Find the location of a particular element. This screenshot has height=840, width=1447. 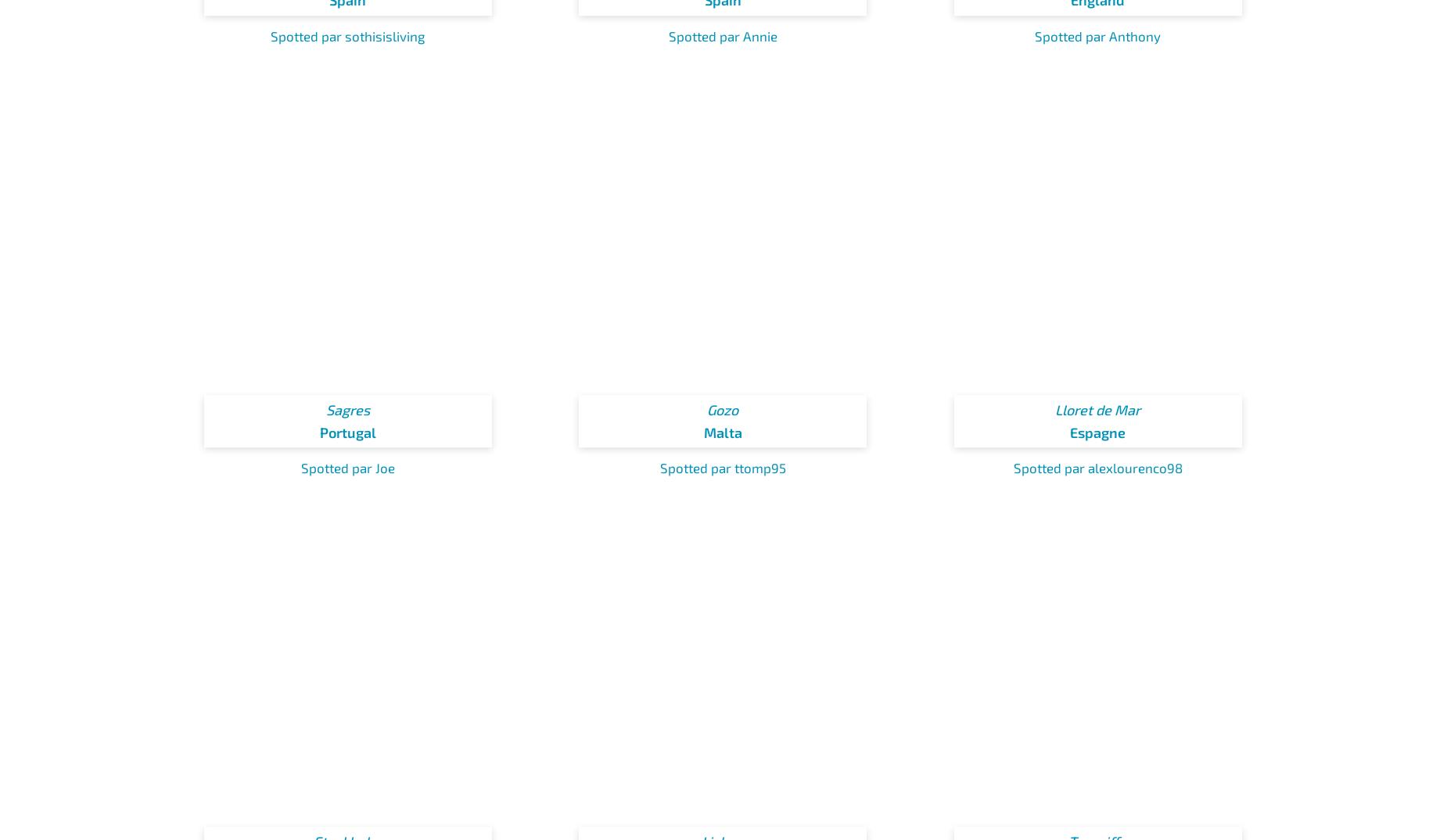

'Spotted par ttomp95' is located at coordinates (722, 468).